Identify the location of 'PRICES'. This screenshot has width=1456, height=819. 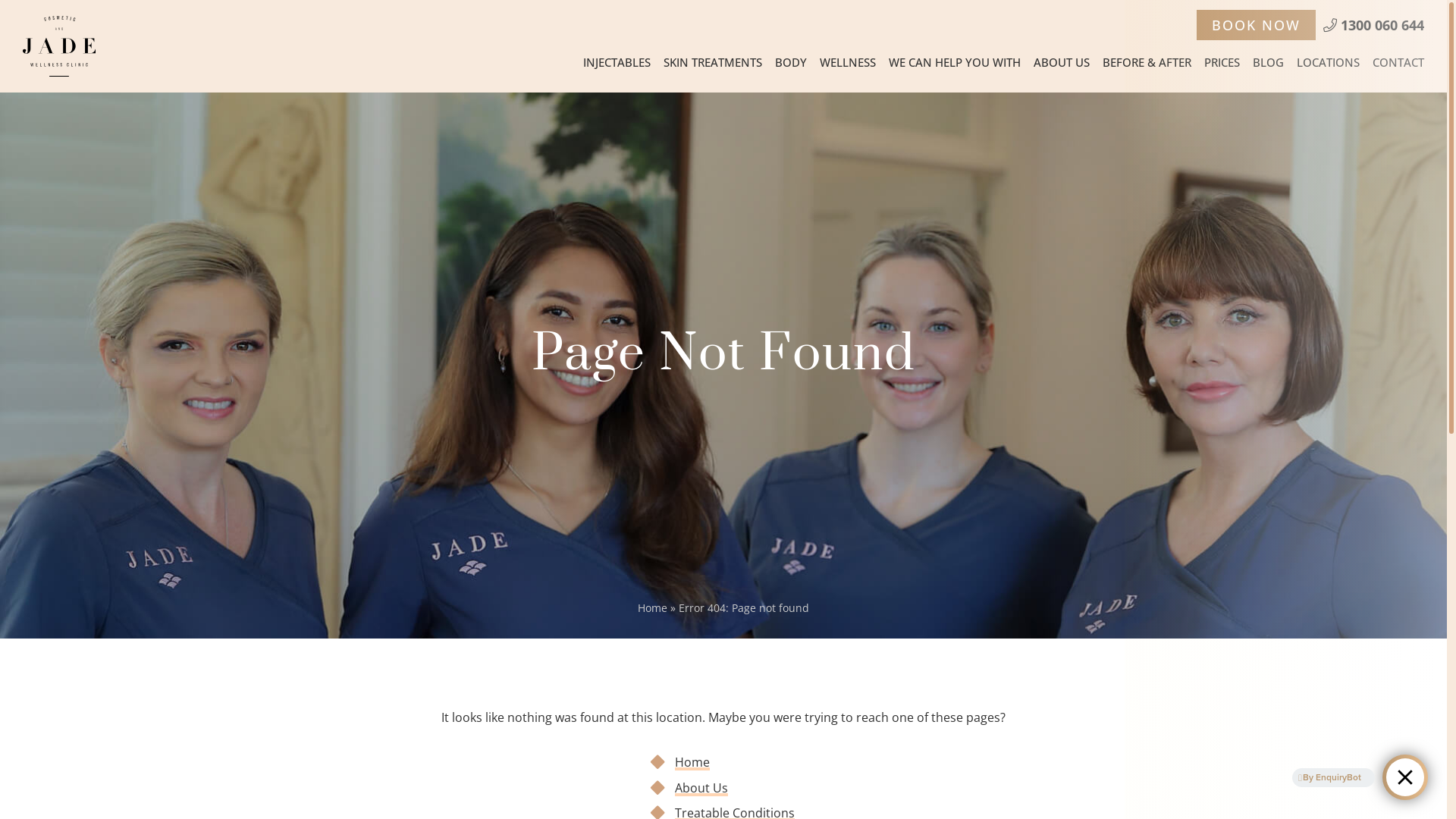
(1222, 61).